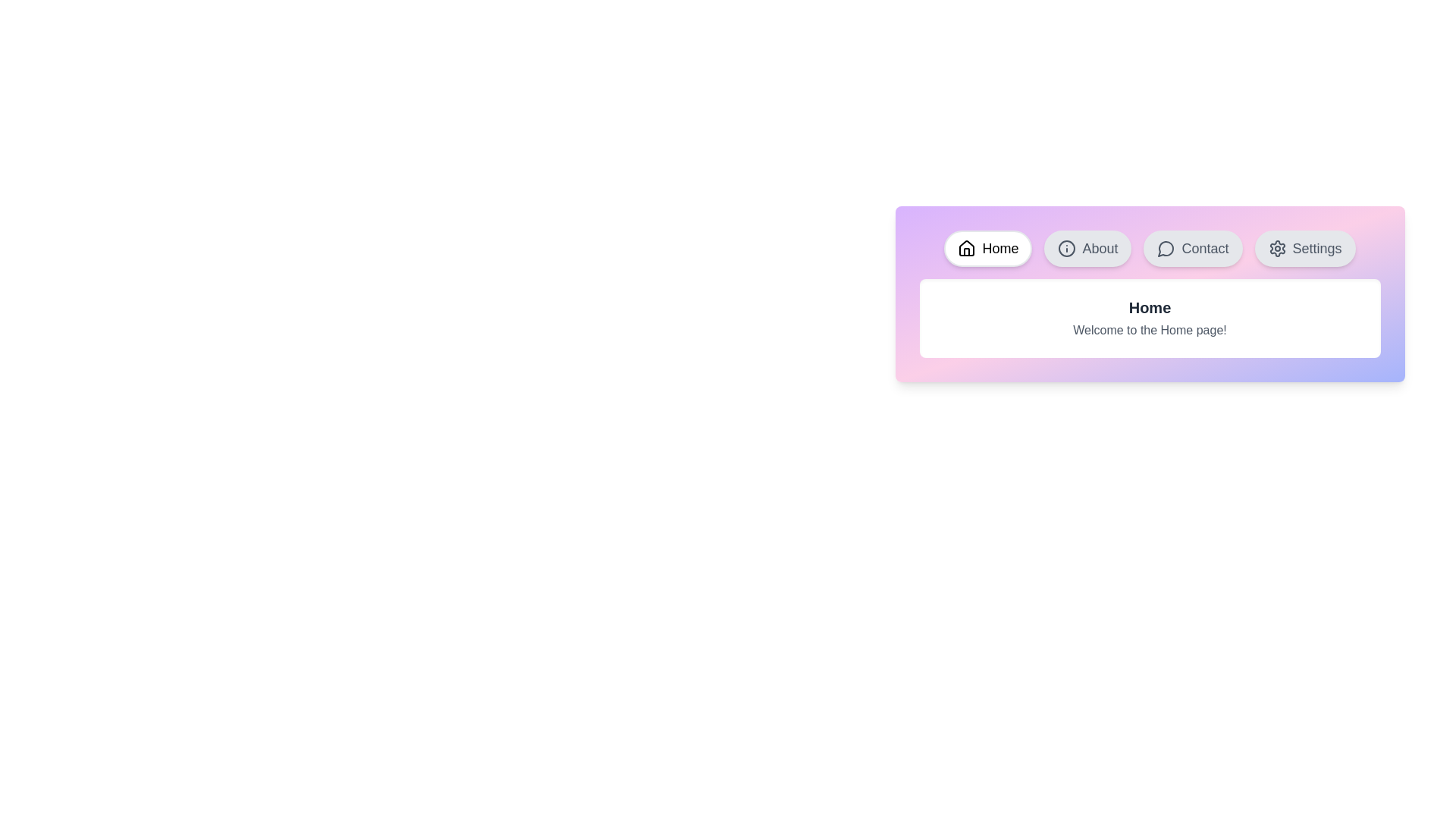  Describe the element at coordinates (988, 247) in the screenshot. I see `the tab button labeled Home to activate the corresponding tab` at that location.